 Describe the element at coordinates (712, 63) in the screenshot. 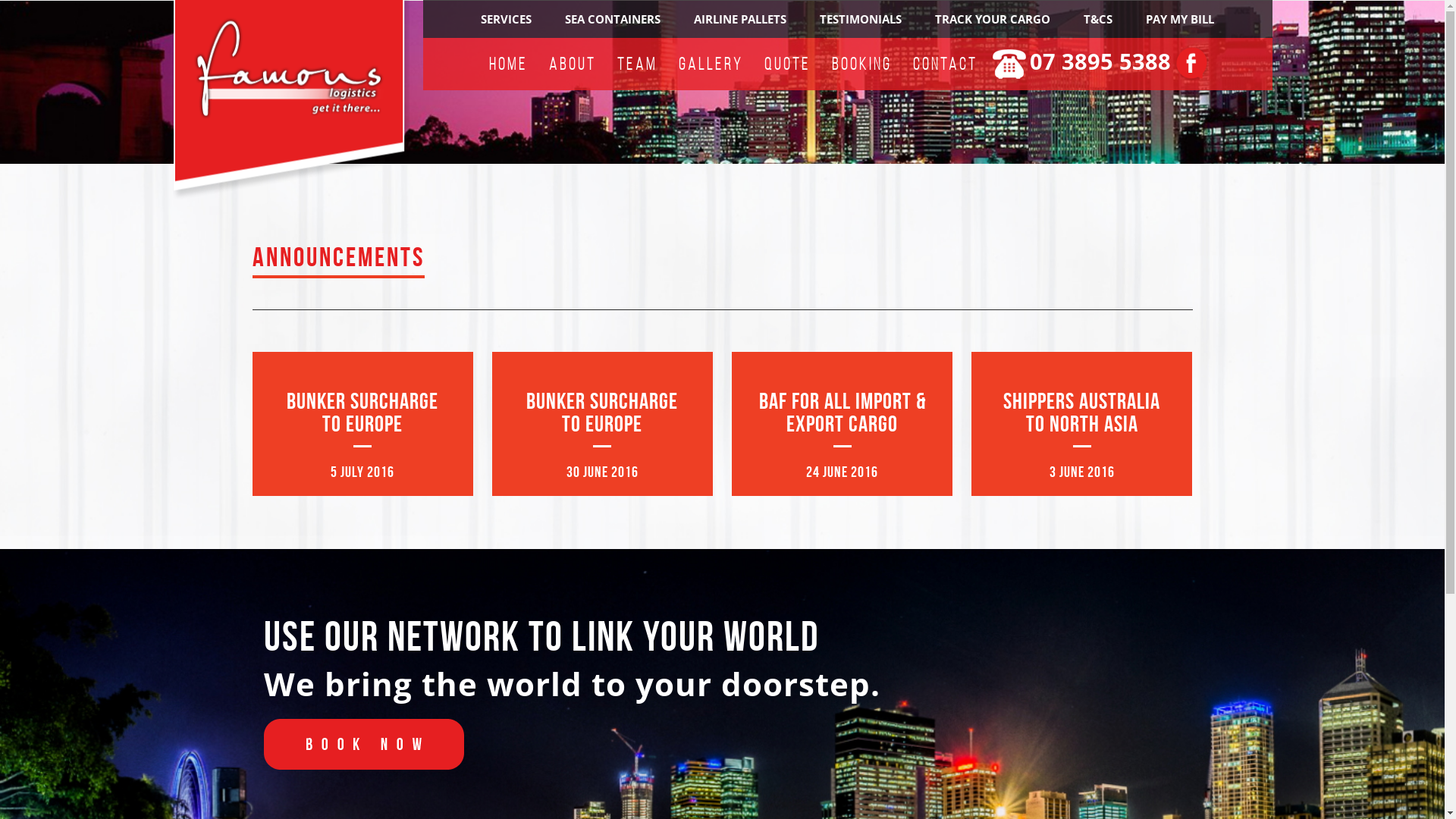

I see `'GALLERY'` at that location.